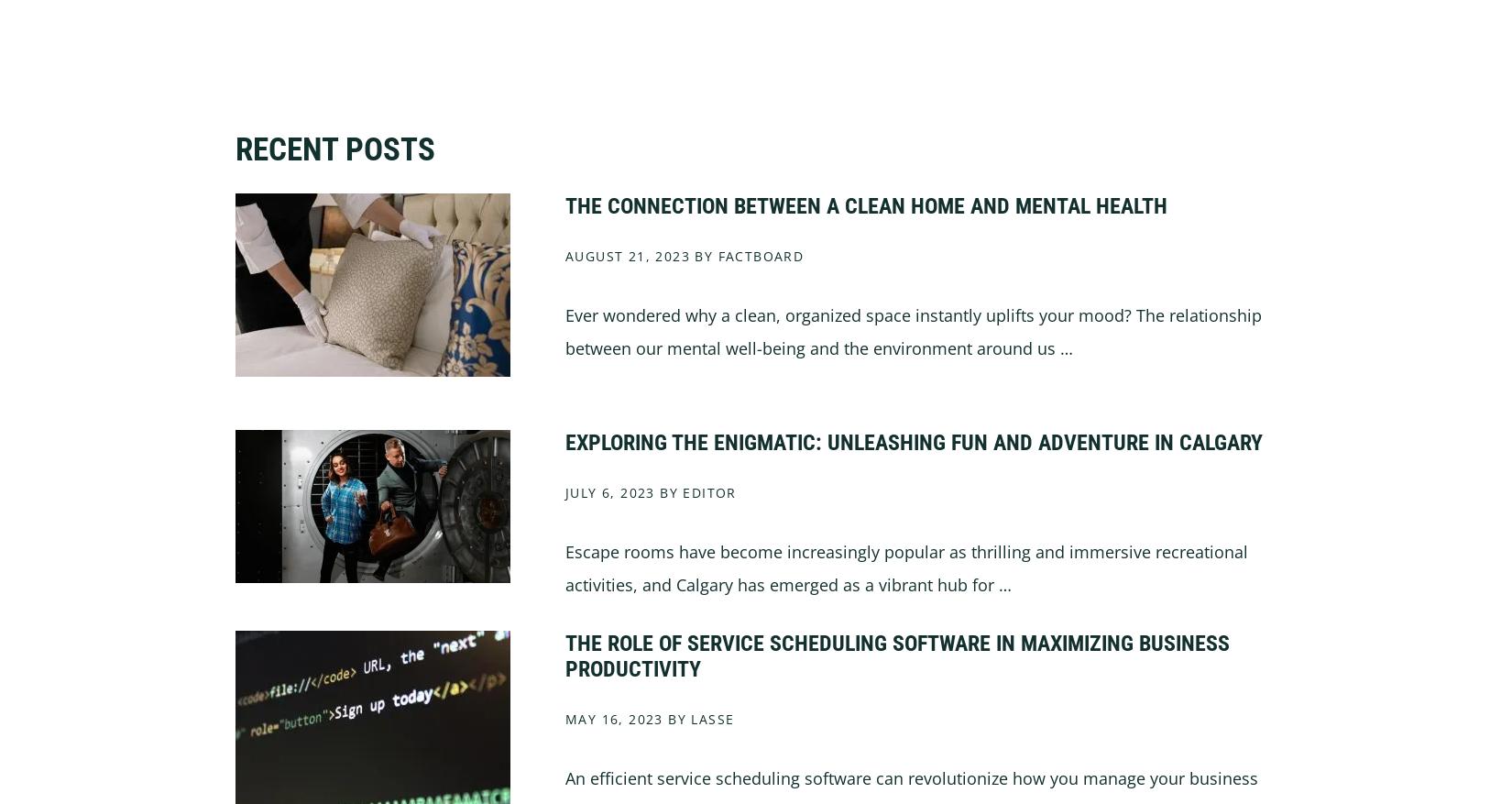 The image size is (1512, 804). Describe the element at coordinates (906, 566) in the screenshot. I see `'Escape rooms have become increasingly popular as thrilling and immersive recreational activities, and Calgary has emerged as a vibrant hub for …'` at that location.